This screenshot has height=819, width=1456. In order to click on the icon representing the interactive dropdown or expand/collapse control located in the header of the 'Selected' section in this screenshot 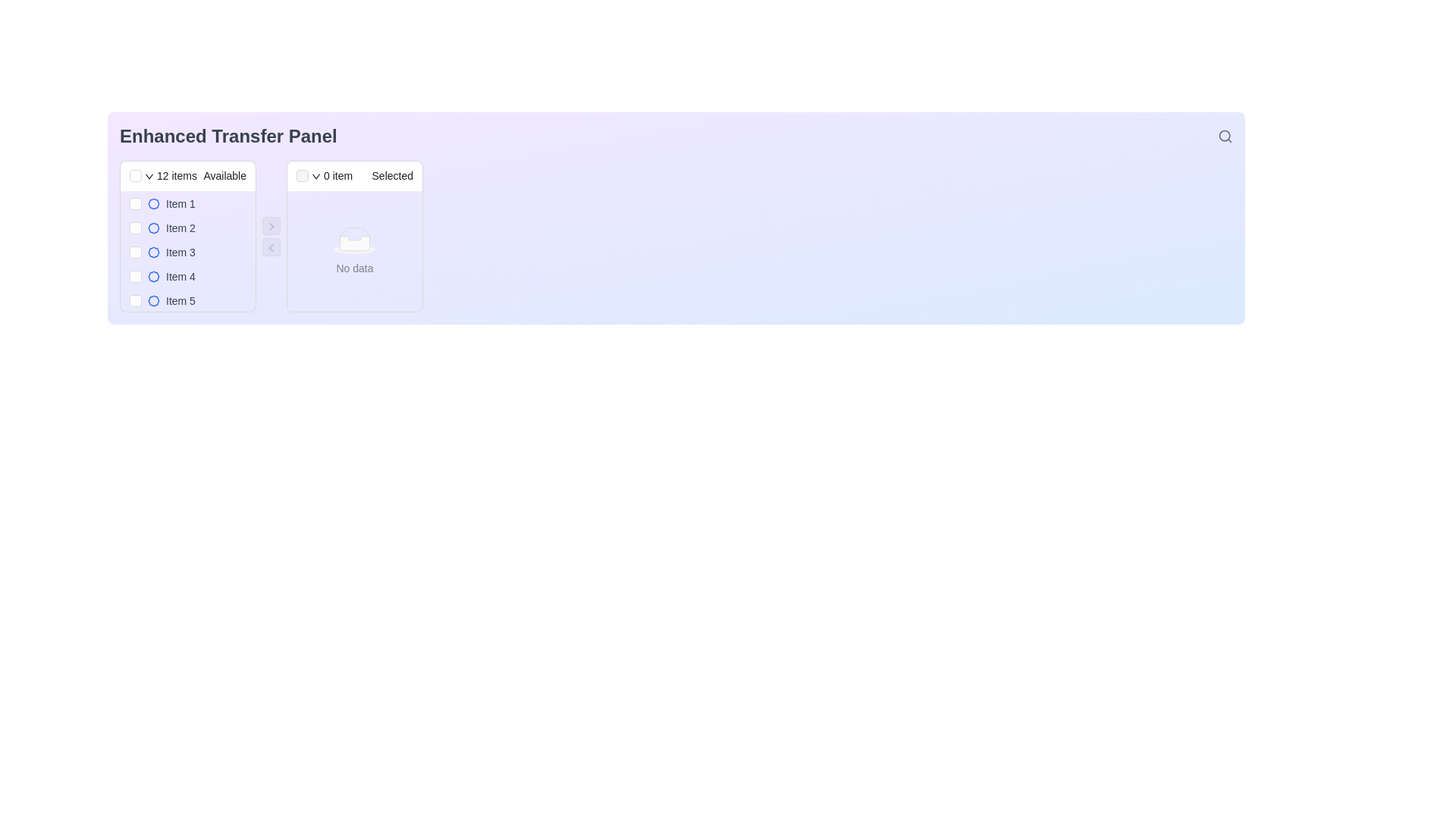, I will do `click(315, 175)`.